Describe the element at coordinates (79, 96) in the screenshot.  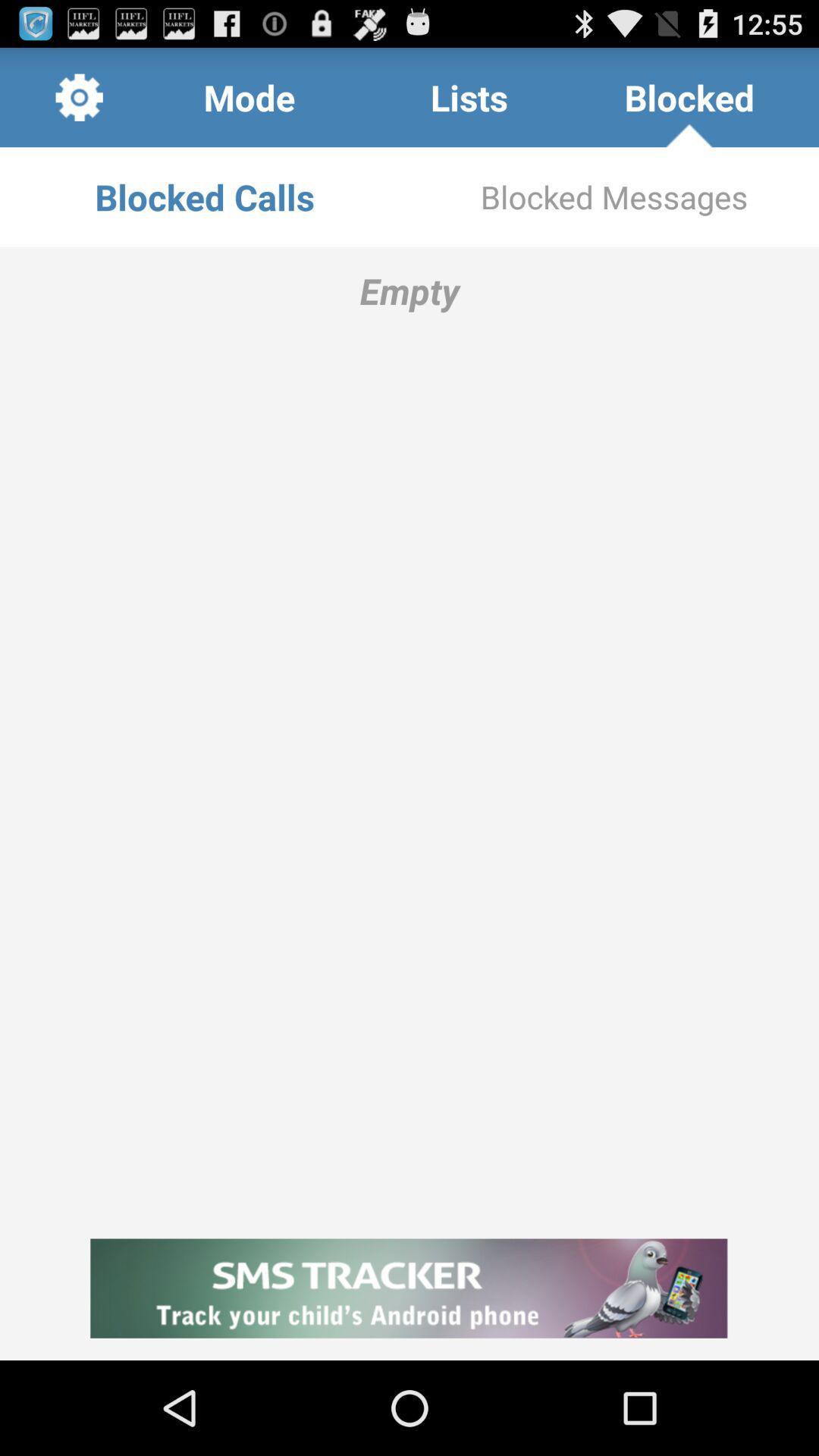
I see `the icon above blocked calls item` at that location.